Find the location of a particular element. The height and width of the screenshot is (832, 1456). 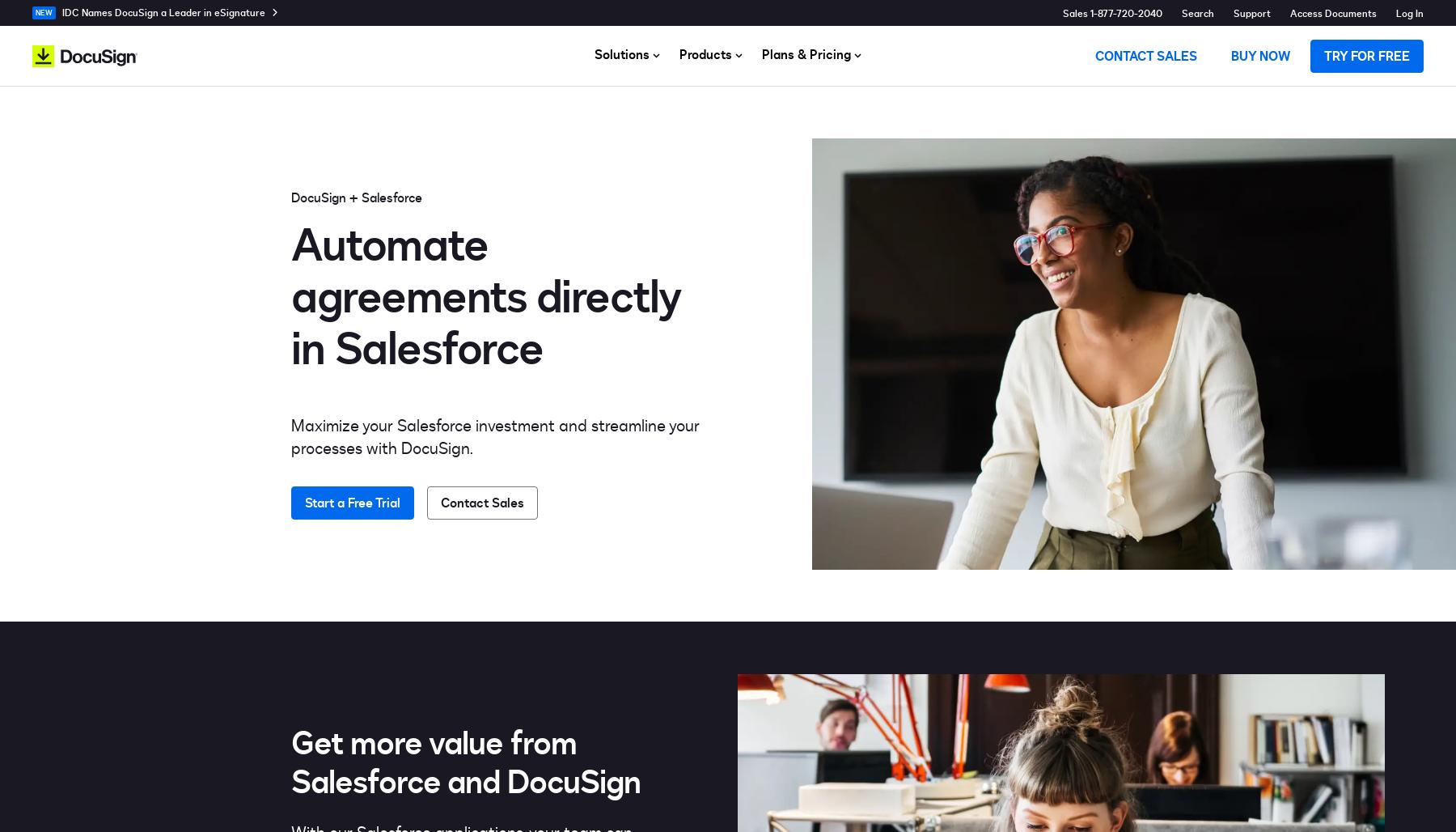

'Industries' is located at coordinates (984, 133).